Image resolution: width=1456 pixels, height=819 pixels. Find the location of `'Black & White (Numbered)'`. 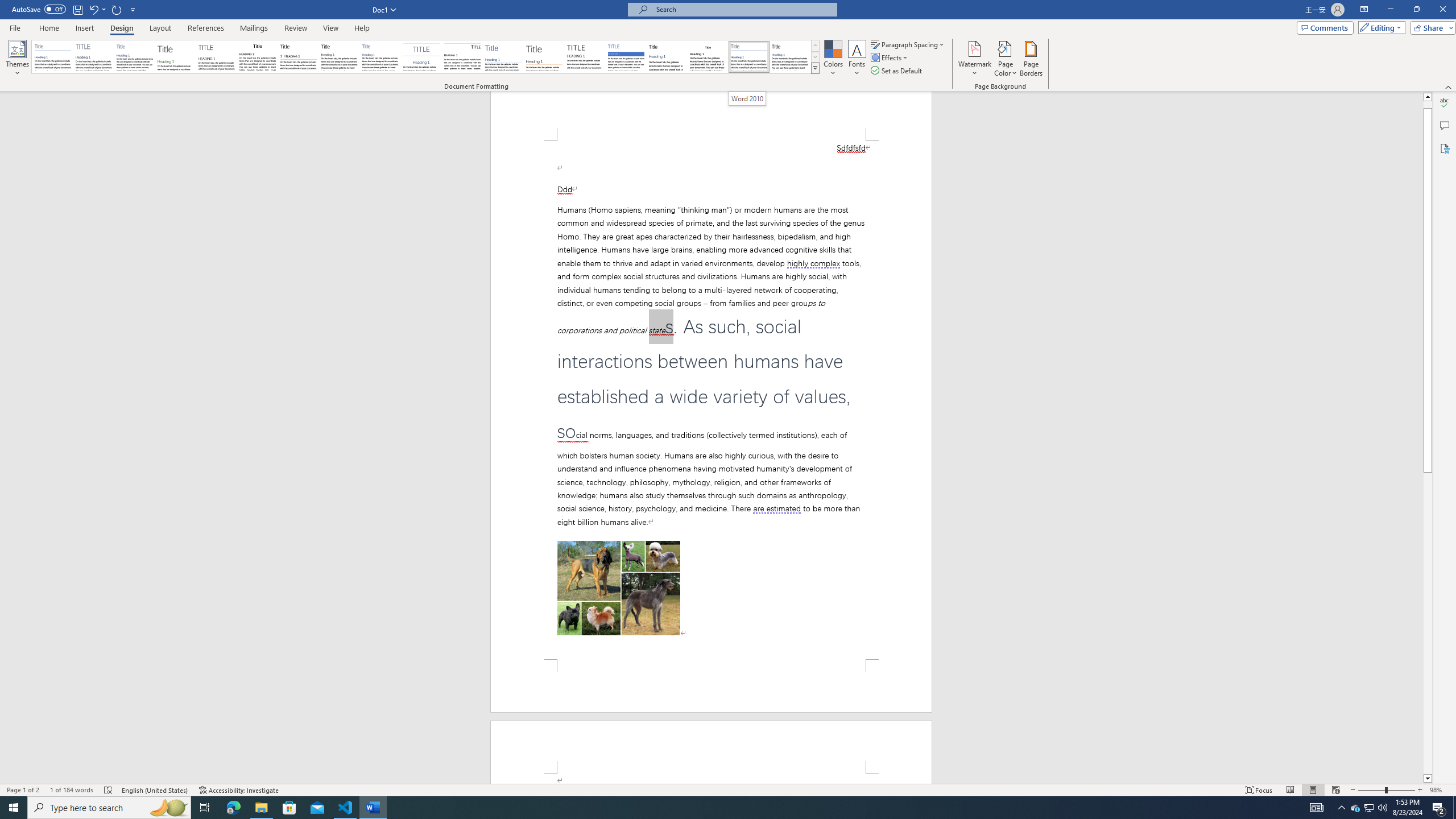

'Black & White (Numbered)' is located at coordinates (297, 56).